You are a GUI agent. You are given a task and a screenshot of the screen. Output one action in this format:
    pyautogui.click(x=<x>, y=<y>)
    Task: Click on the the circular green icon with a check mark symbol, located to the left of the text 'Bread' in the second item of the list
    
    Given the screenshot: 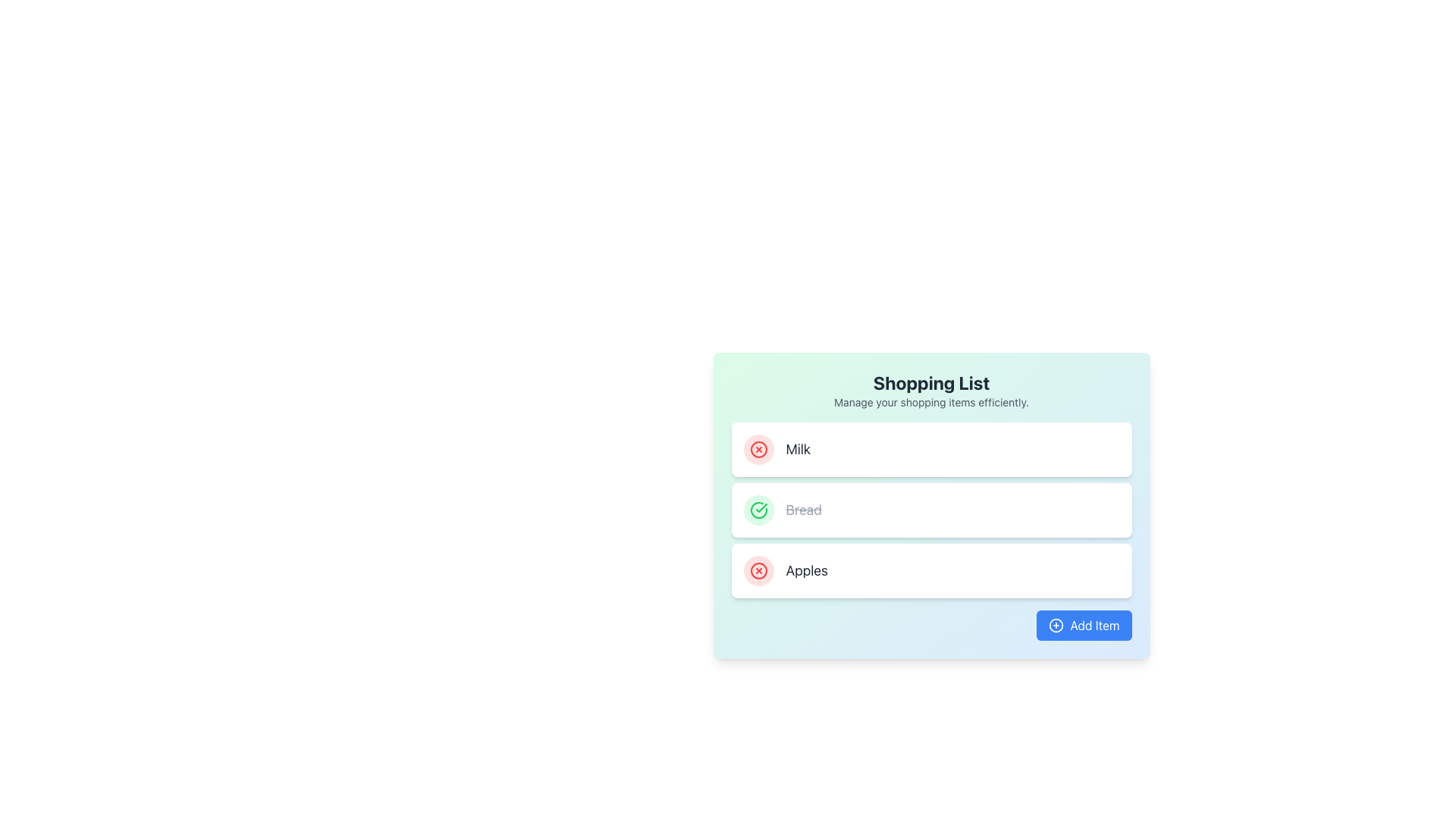 What is the action you would take?
    pyautogui.click(x=758, y=510)
    